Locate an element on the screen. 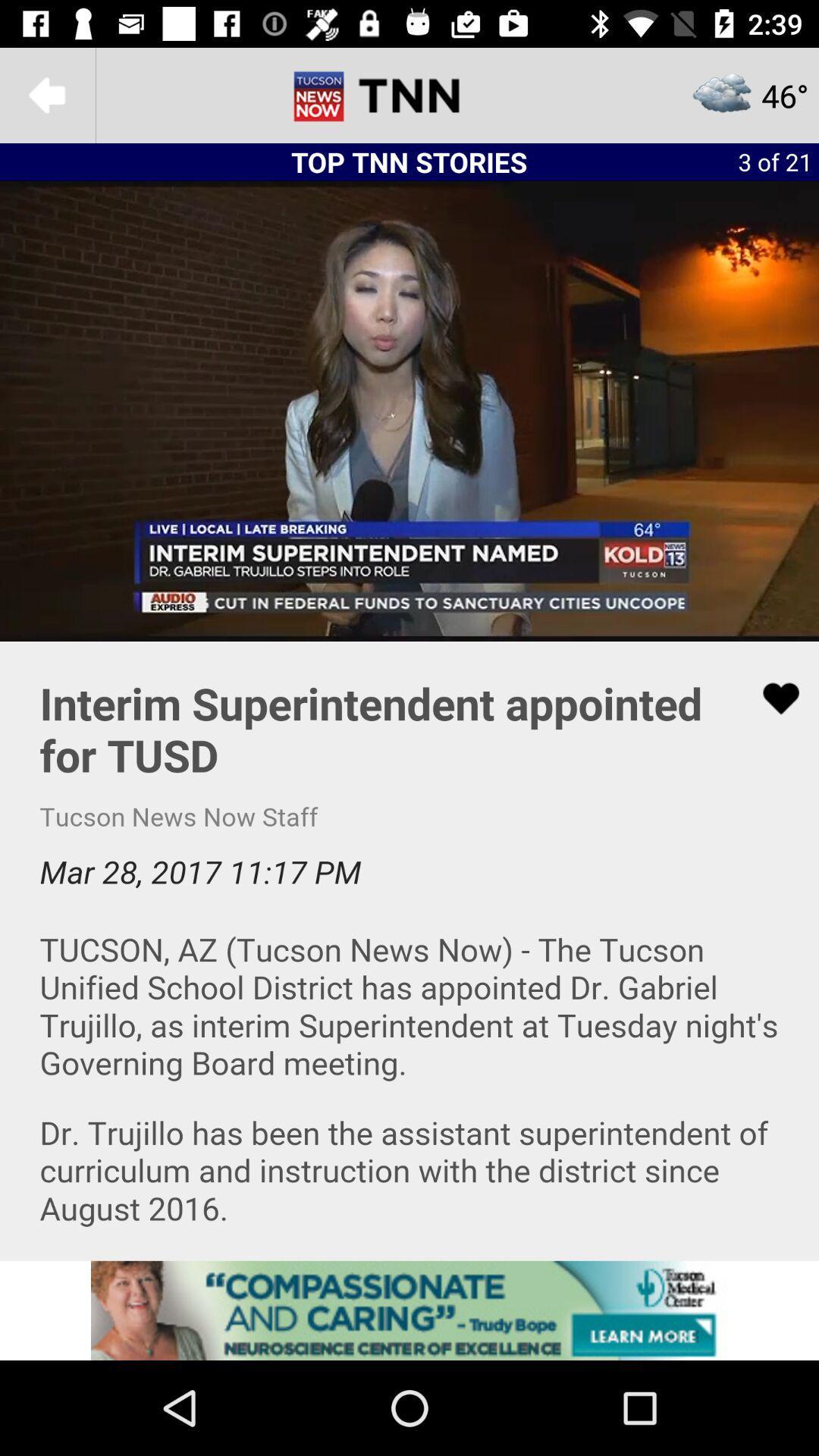  back to previous menu is located at coordinates (46, 94).